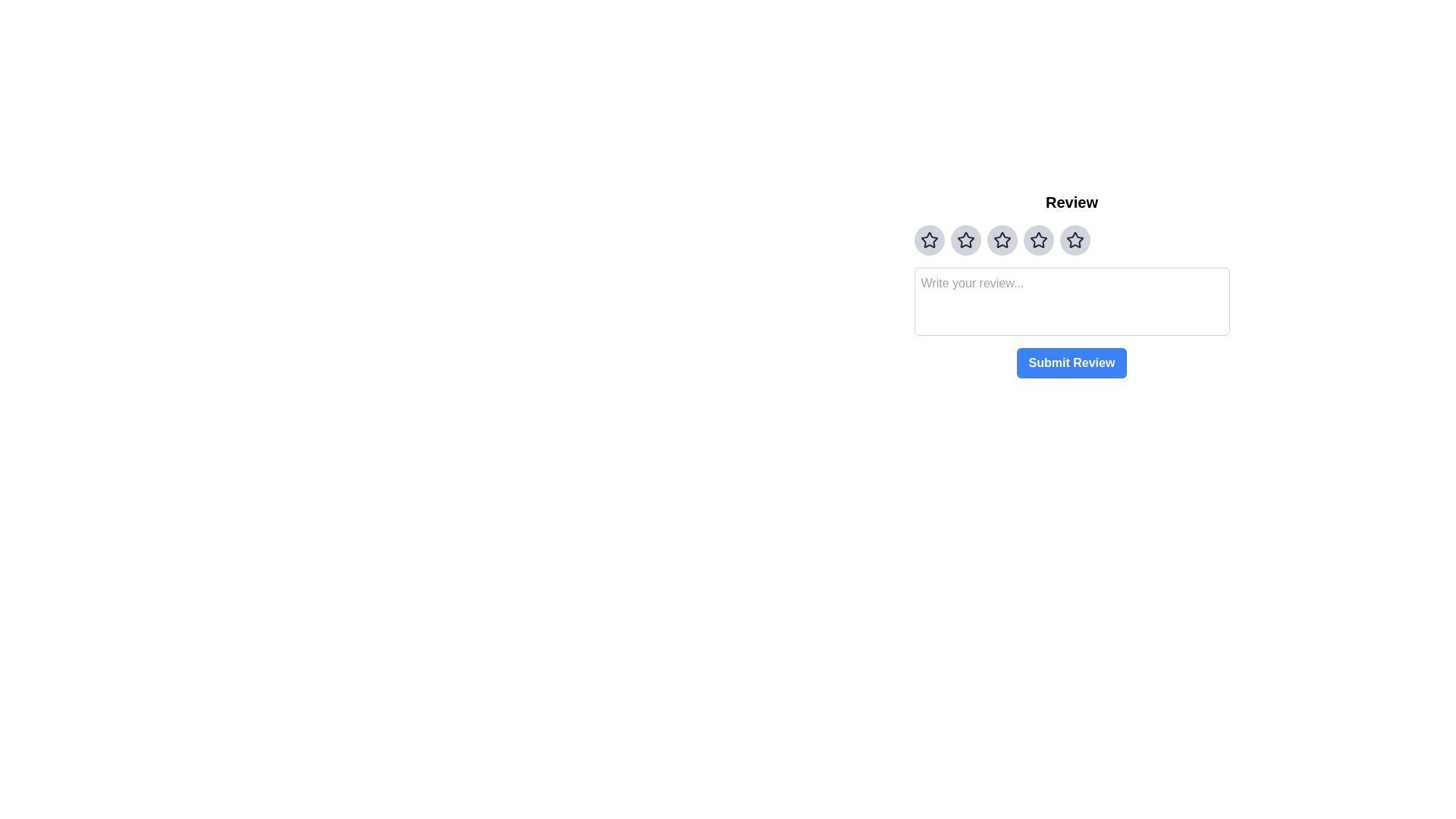 This screenshot has width=1456, height=819. I want to click on the 'Submit Review' button, which is a rectangular button with rounded corners, blue background, and white bold text, located at the bottom of the review submission interface, so click(1071, 362).